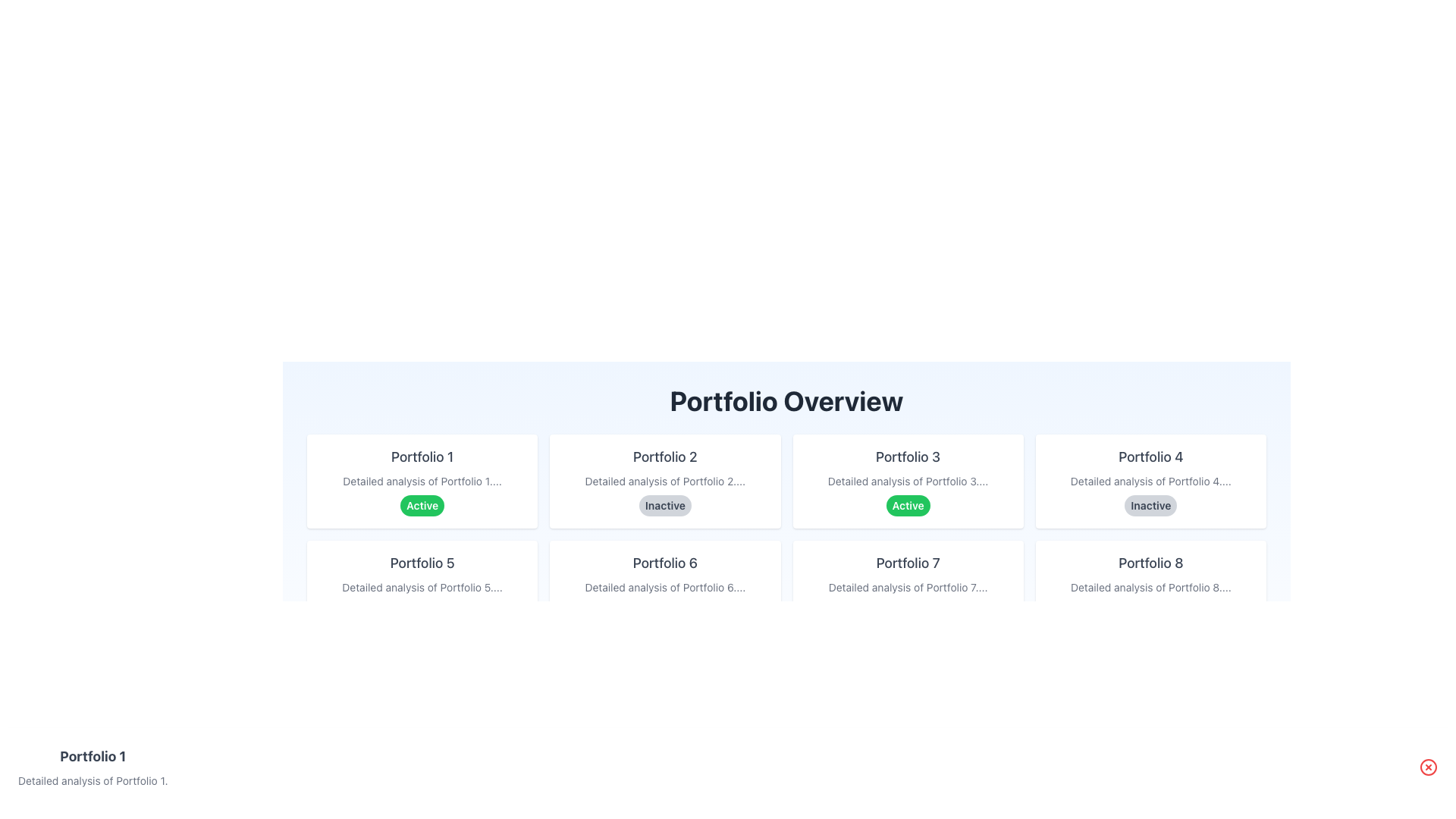 Image resolution: width=1456 pixels, height=819 pixels. Describe the element at coordinates (422, 693) in the screenshot. I see `the portfolio card located in the second column and fifth row of the grid layout` at that location.